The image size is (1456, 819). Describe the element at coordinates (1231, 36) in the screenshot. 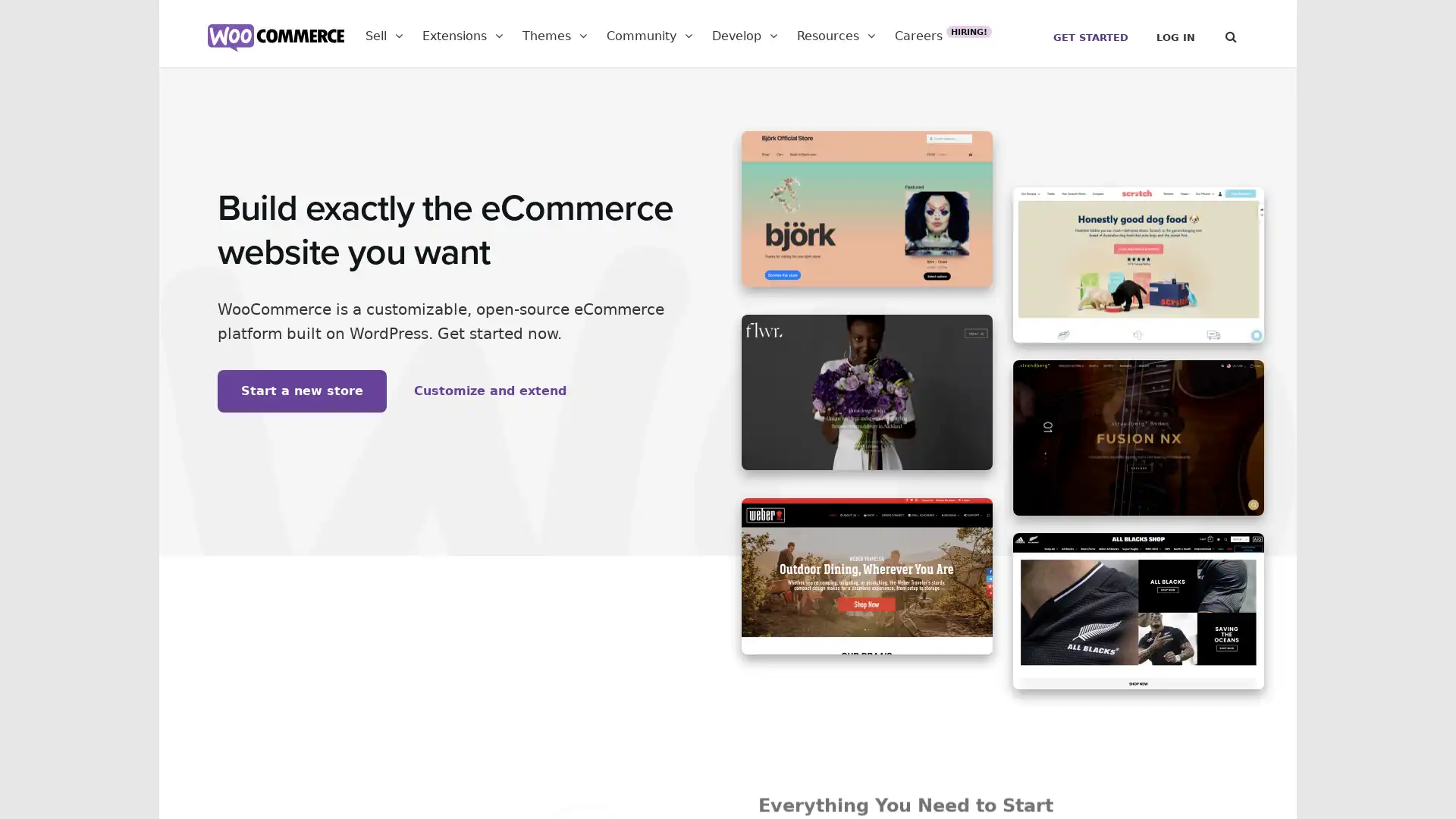

I see `Search` at that location.